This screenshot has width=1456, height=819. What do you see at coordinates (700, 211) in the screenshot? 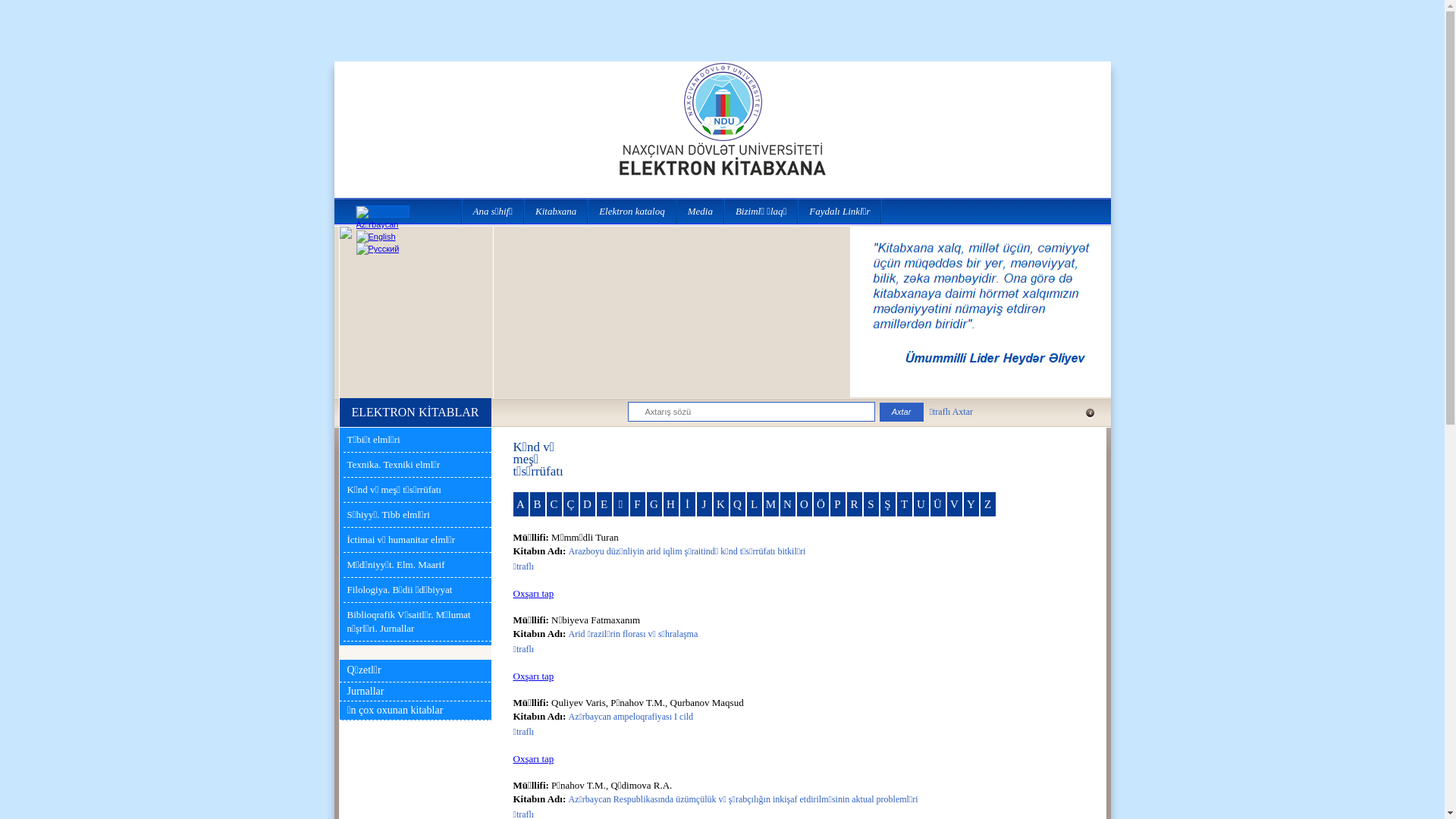
I see `'Media'` at bounding box center [700, 211].